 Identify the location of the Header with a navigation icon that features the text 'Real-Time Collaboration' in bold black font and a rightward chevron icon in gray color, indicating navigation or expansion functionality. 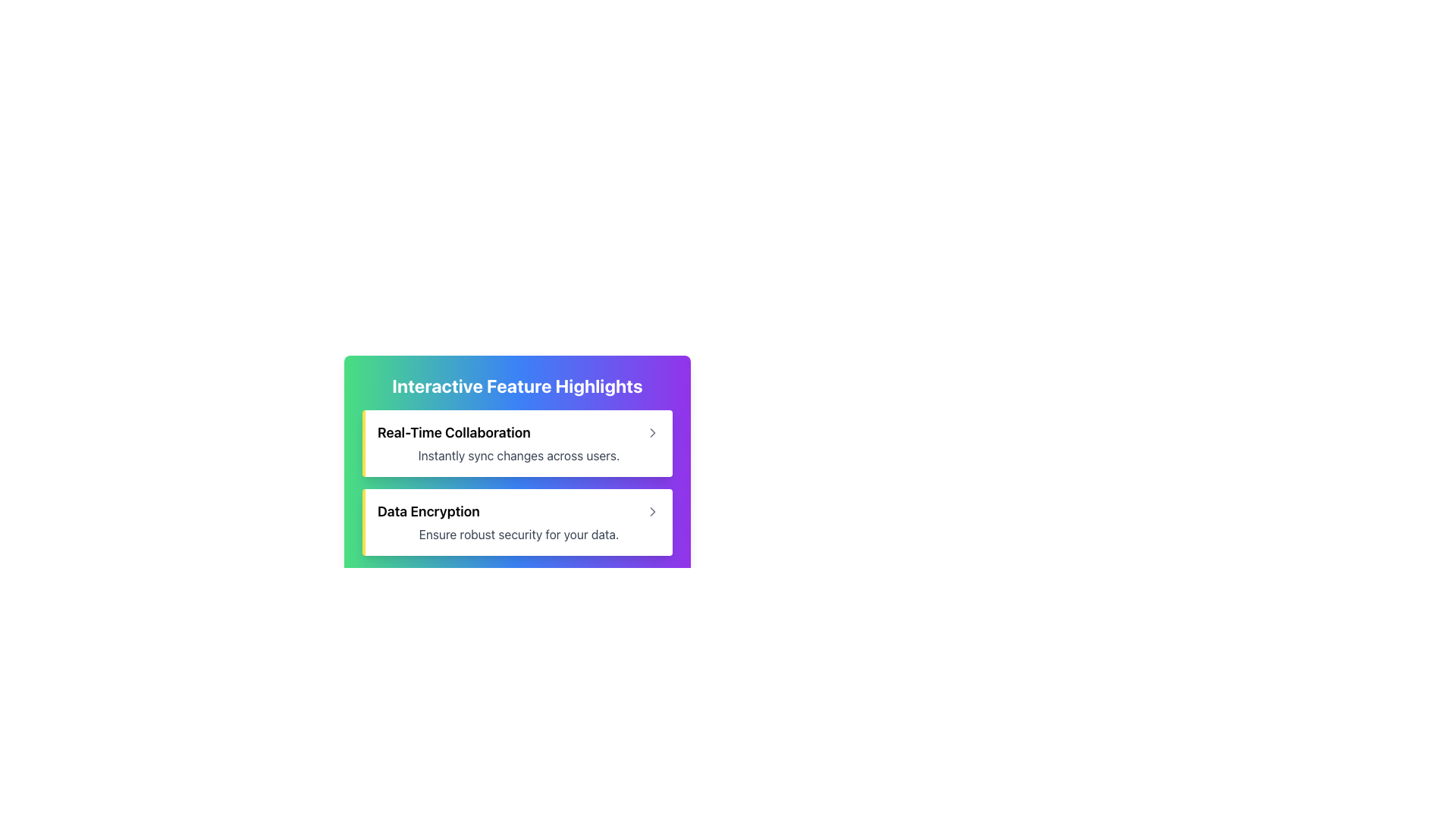
(519, 432).